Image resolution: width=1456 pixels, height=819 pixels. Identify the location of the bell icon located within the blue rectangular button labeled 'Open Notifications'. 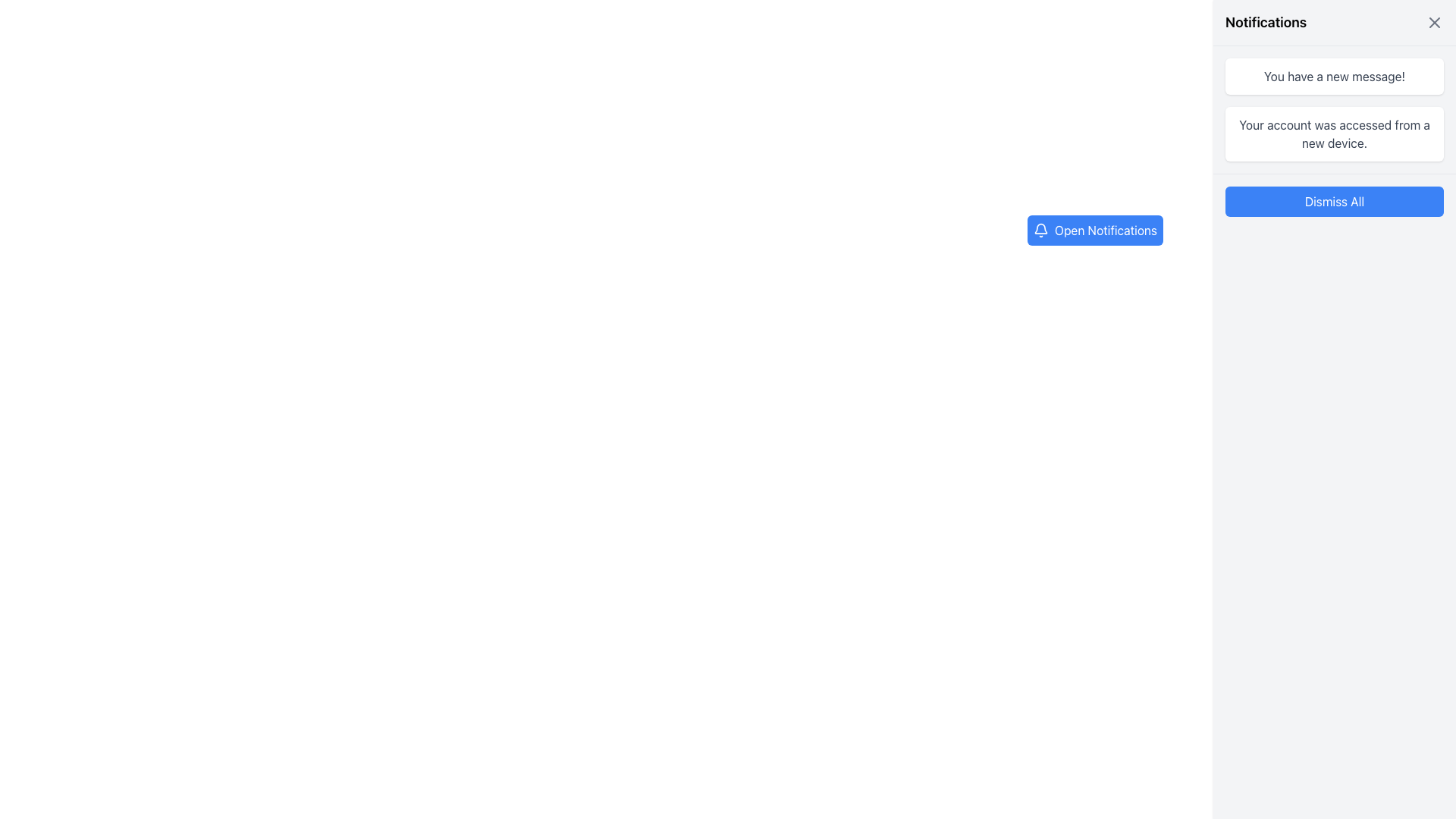
(1040, 231).